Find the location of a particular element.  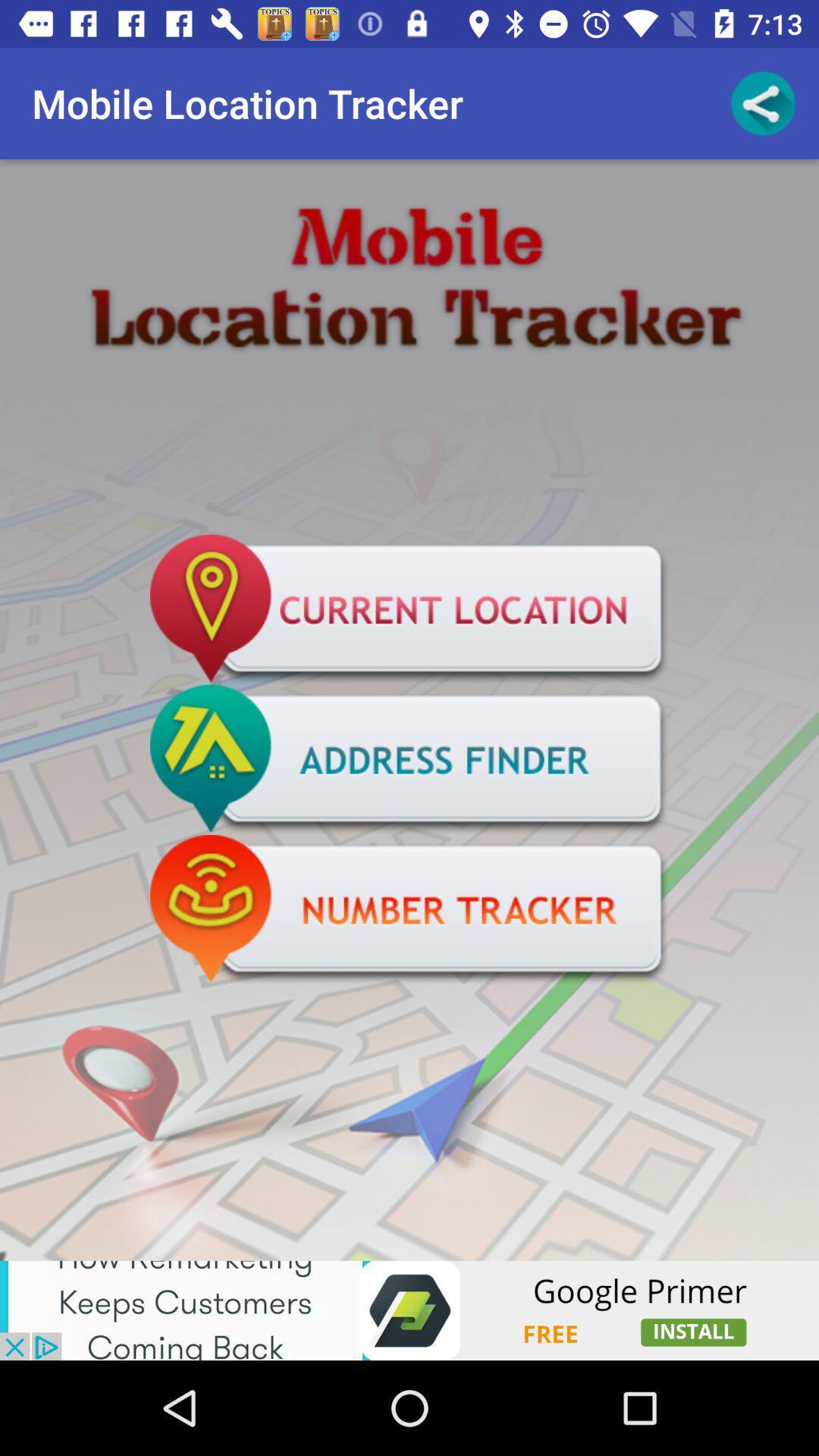

number tracker is located at coordinates (409, 910).